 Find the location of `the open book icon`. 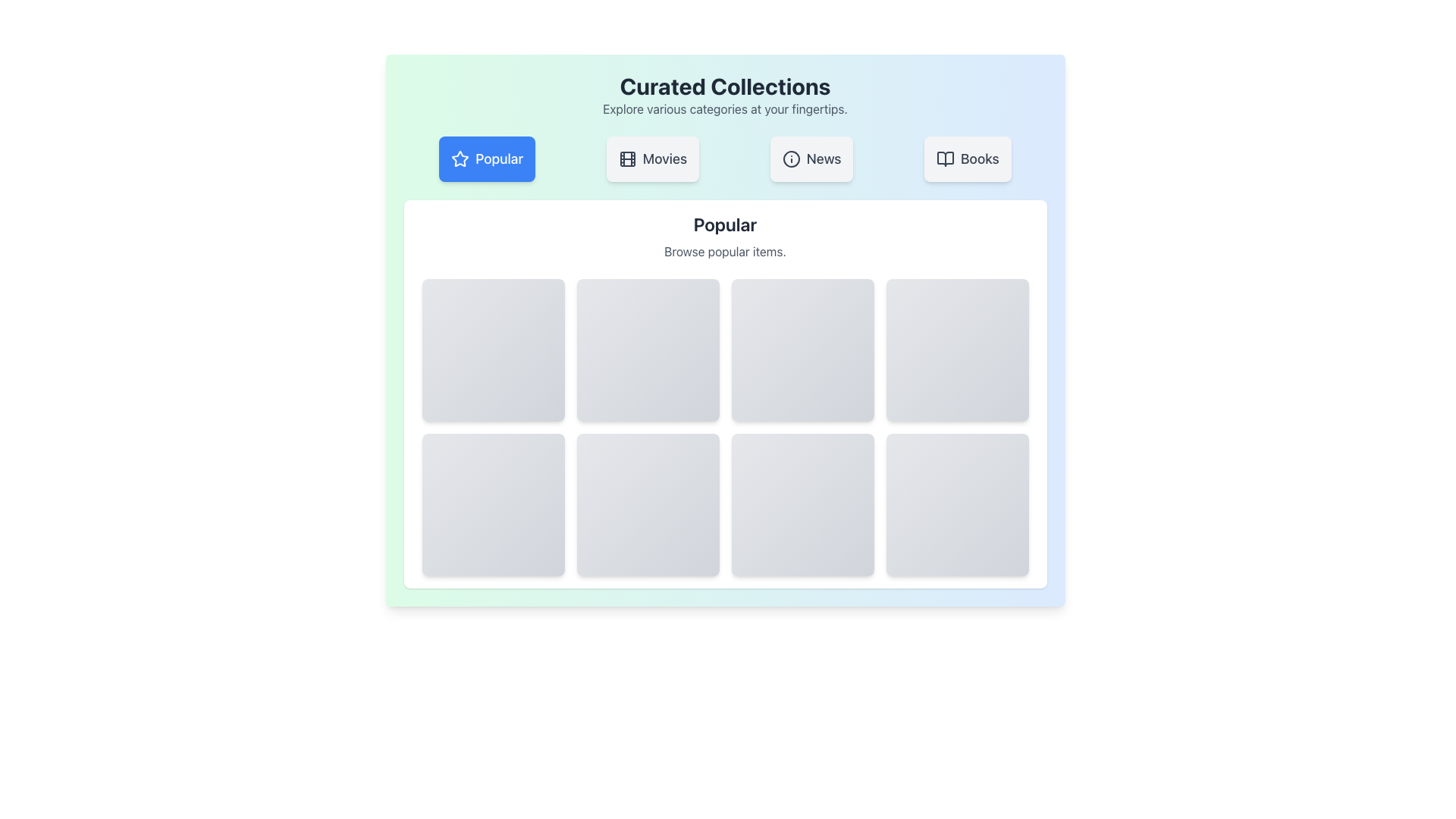

the open book icon is located at coordinates (945, 158).